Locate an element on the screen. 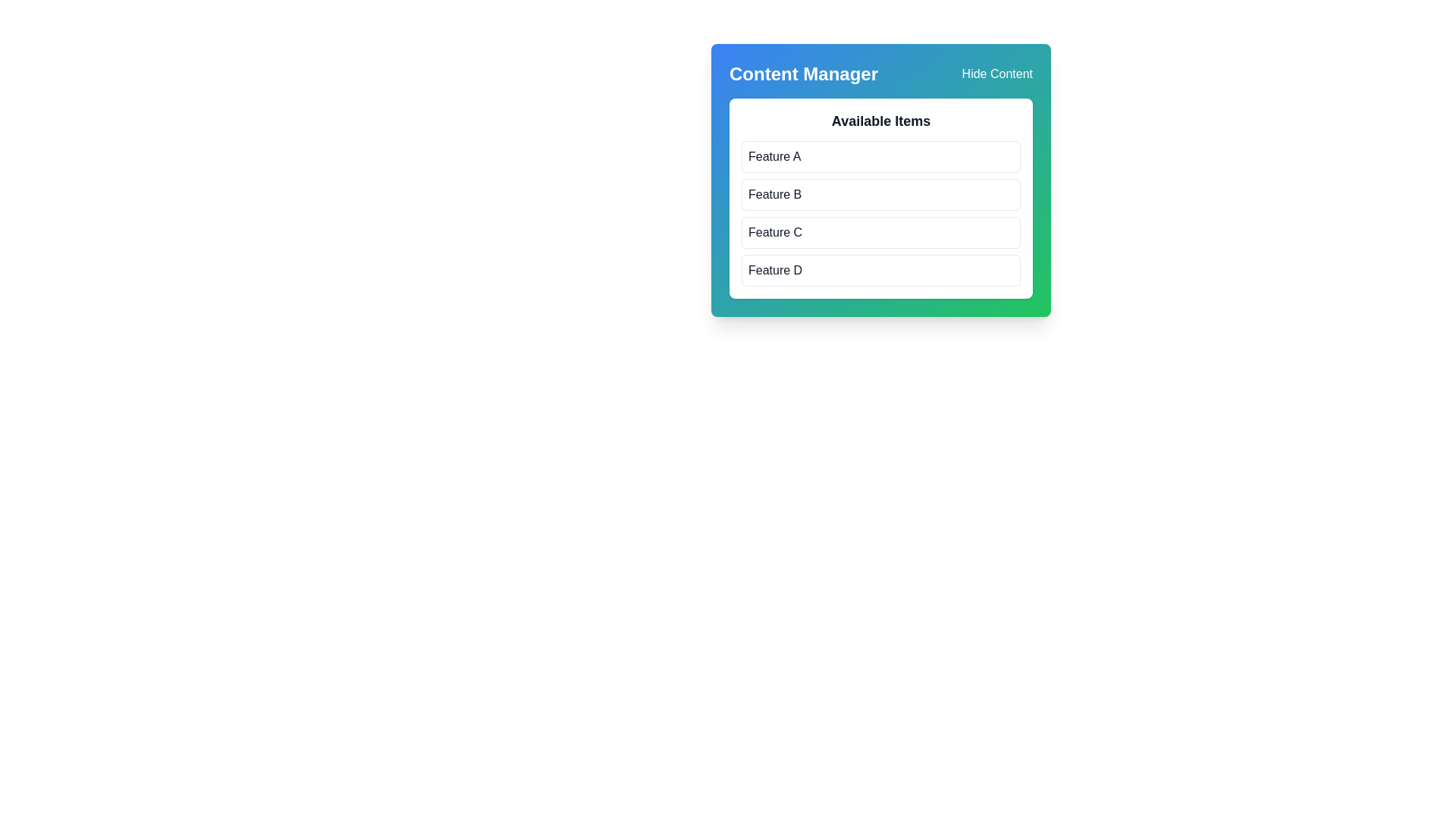 The image size is (1456, 819). the interactive hyperlink labeled 'Hide Content' located in the top-right corner of the 'Content Manager' section is located at coordinates (997, 74).